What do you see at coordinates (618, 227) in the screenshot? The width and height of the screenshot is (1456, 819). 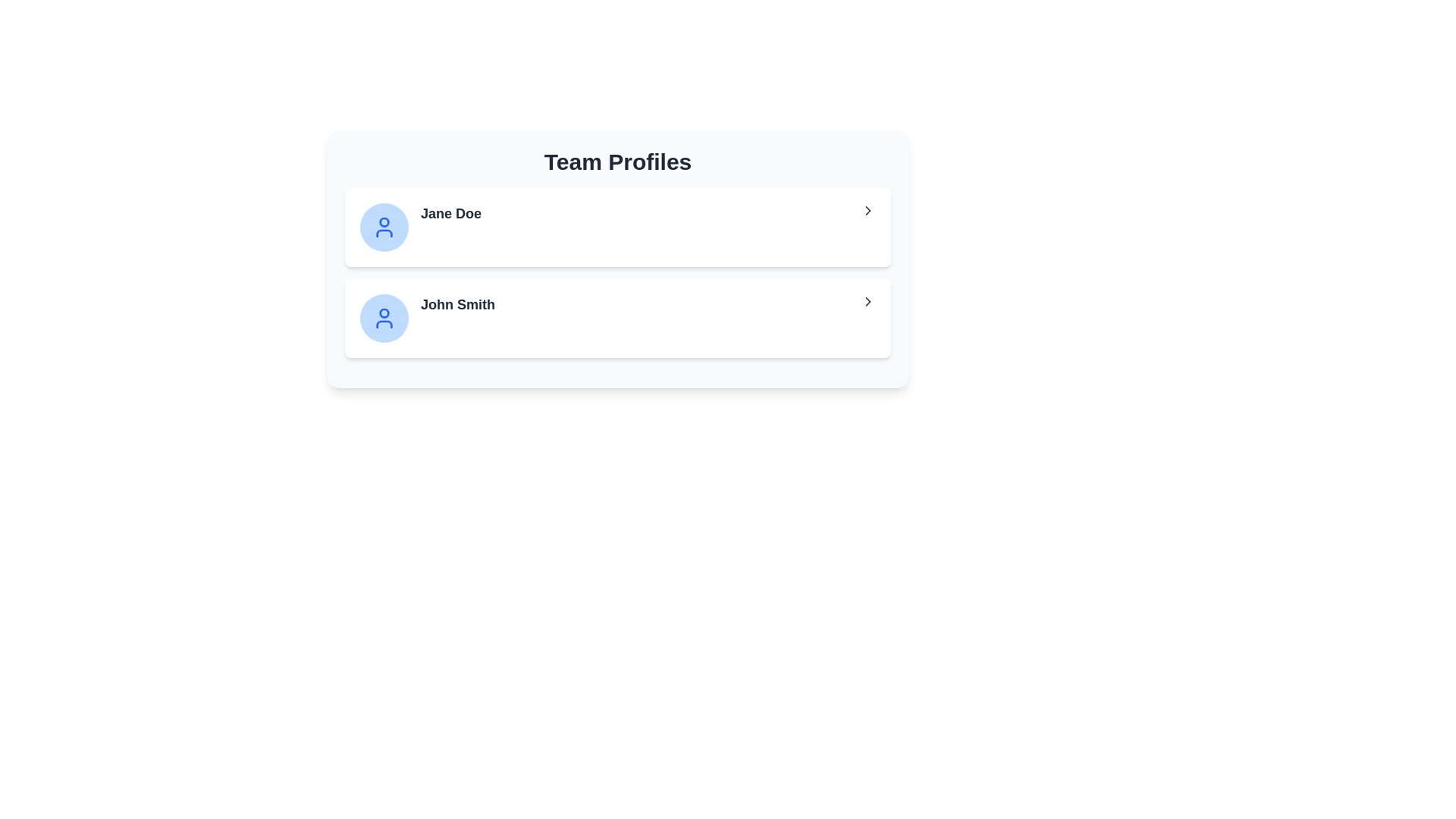 I see `the first profile entry for 'Jane Doe' in the 'Team Profiles' section` at bounding box center [618, 227].